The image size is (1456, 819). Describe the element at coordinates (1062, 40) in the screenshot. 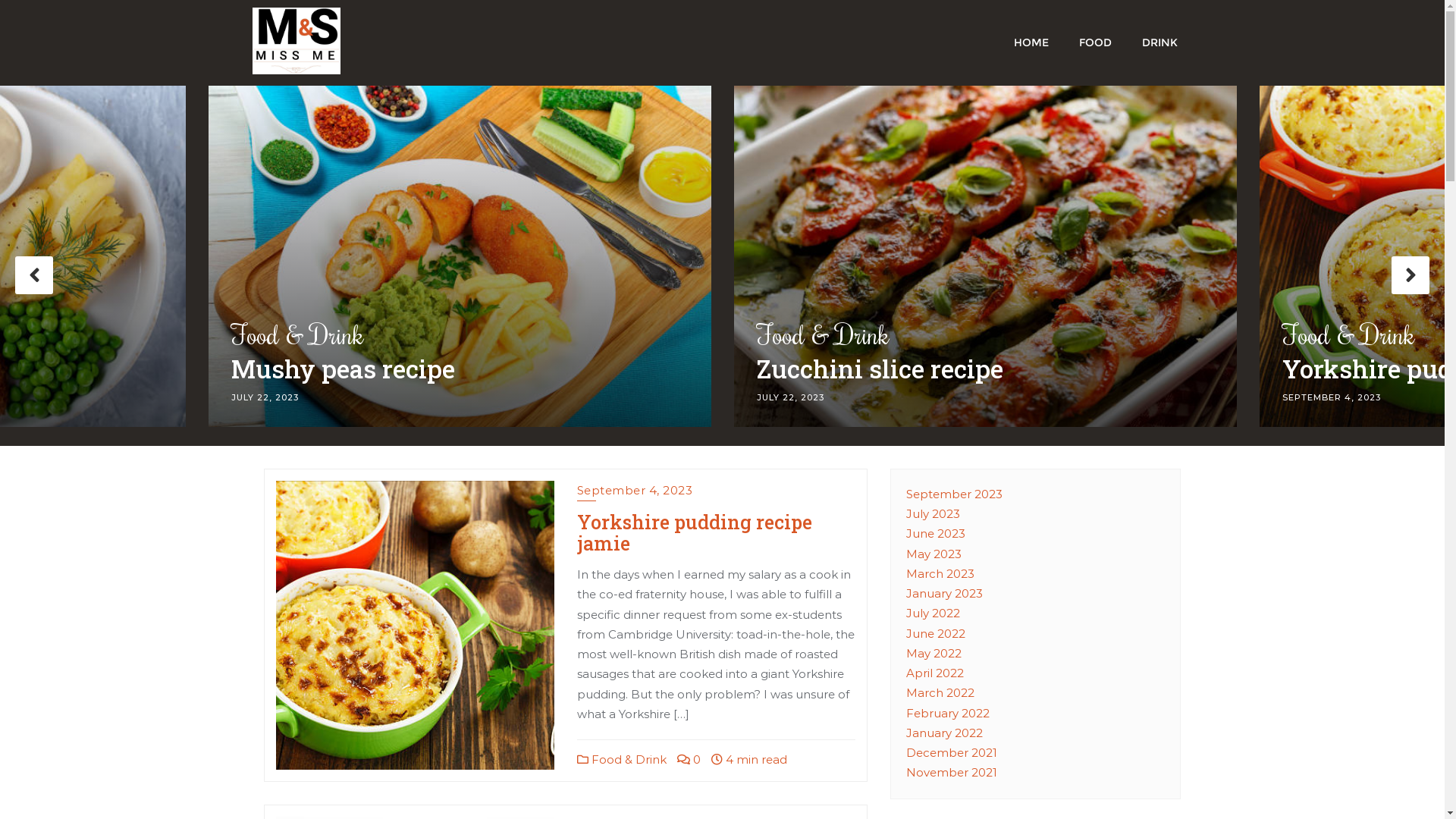

I see `'FOOD'` at that location.